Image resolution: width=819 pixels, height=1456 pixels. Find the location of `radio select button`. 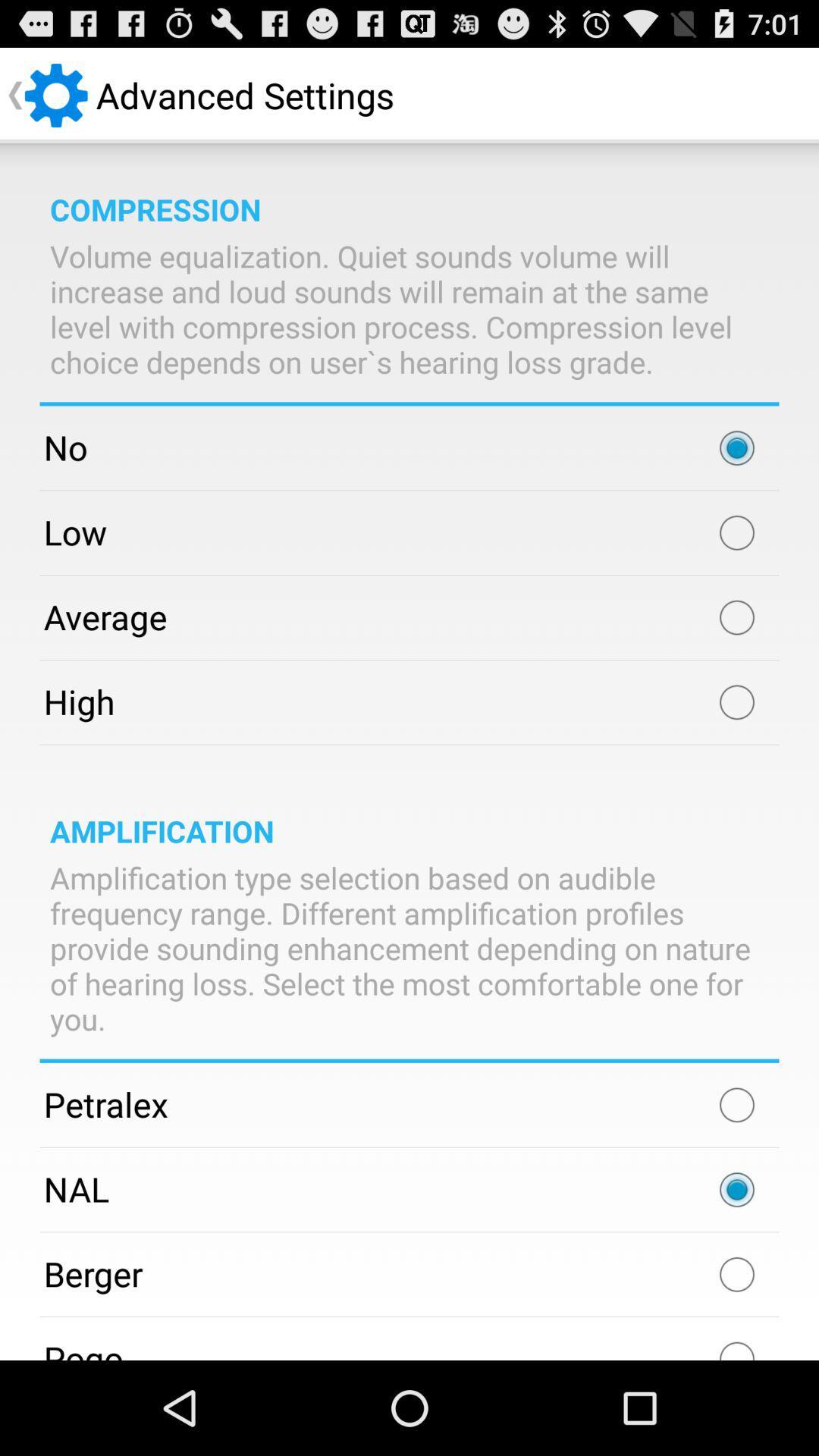

radio select button is located at coordinates (736, 447).